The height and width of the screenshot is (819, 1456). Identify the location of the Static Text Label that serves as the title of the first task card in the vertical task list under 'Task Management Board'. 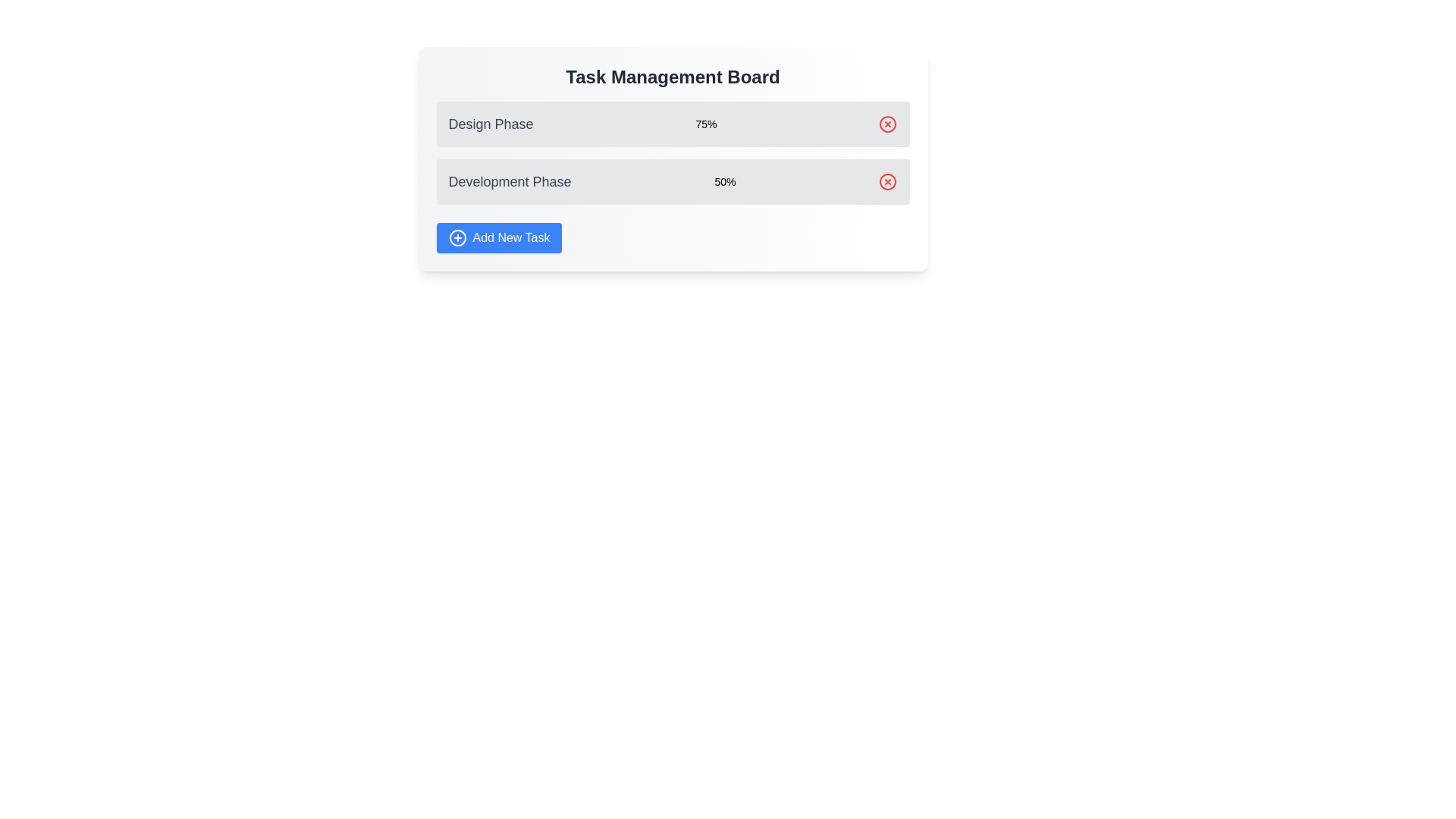
(491, 124).